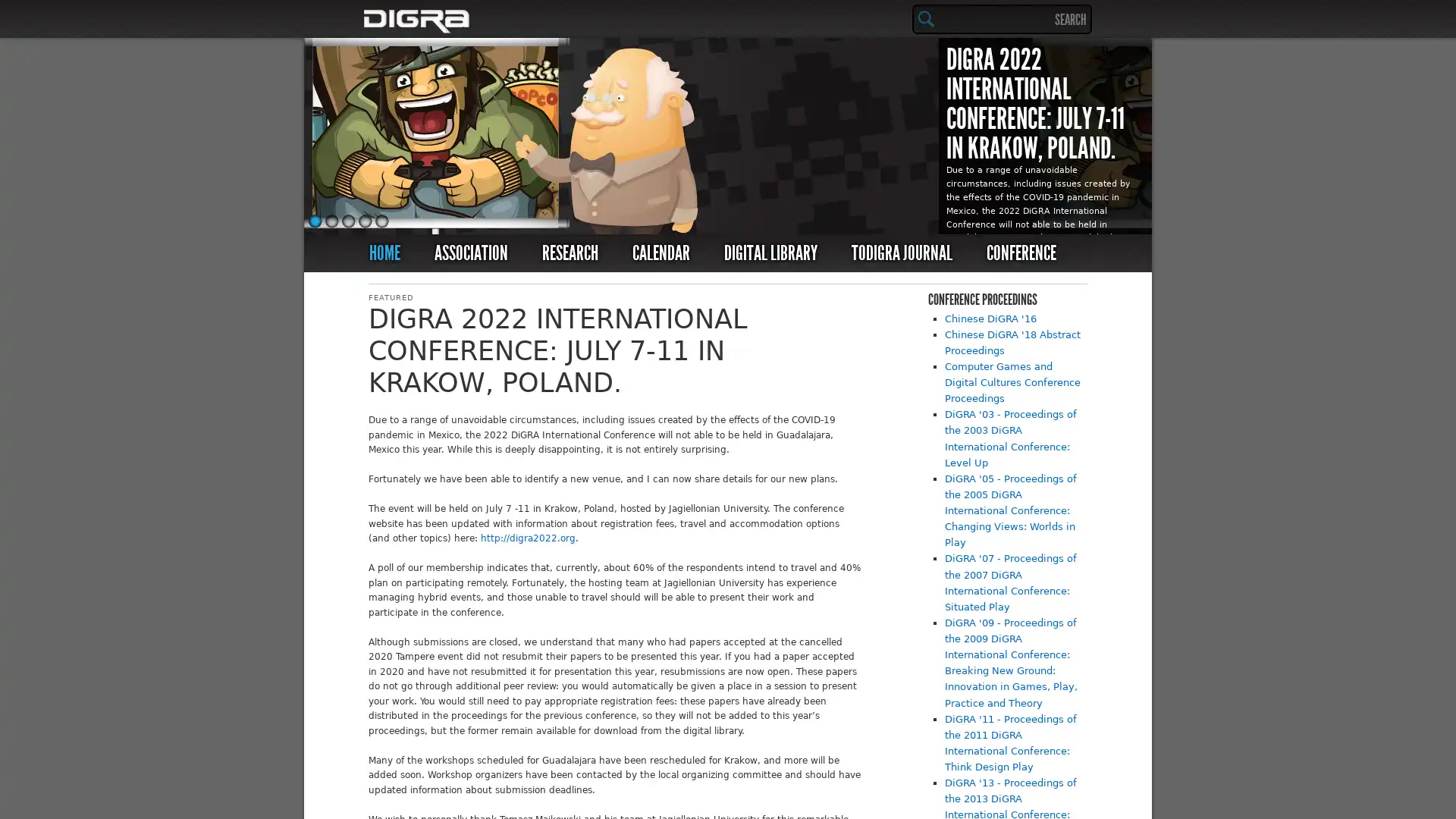 This screenshot has width=1456, height=819. What do you see at coordinates (925, 19) in the screenshot?
I see `Search` at bounding box center [925, 19].